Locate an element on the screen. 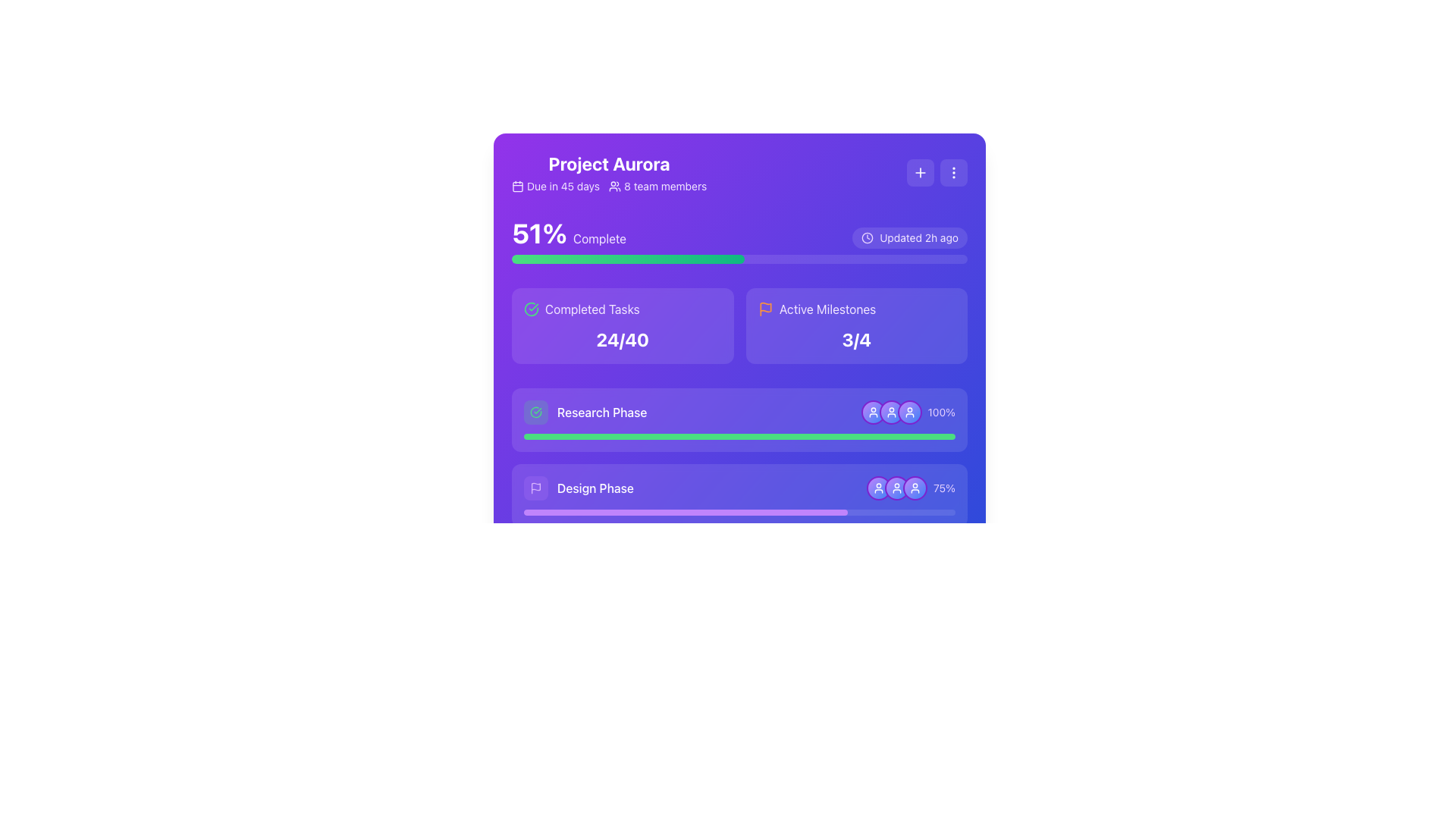  displayed numbers '24' and '40' from the text display with a bold white font on a purple background, located in the 'Completed Tasks' section is located at coordinates (623, 338).